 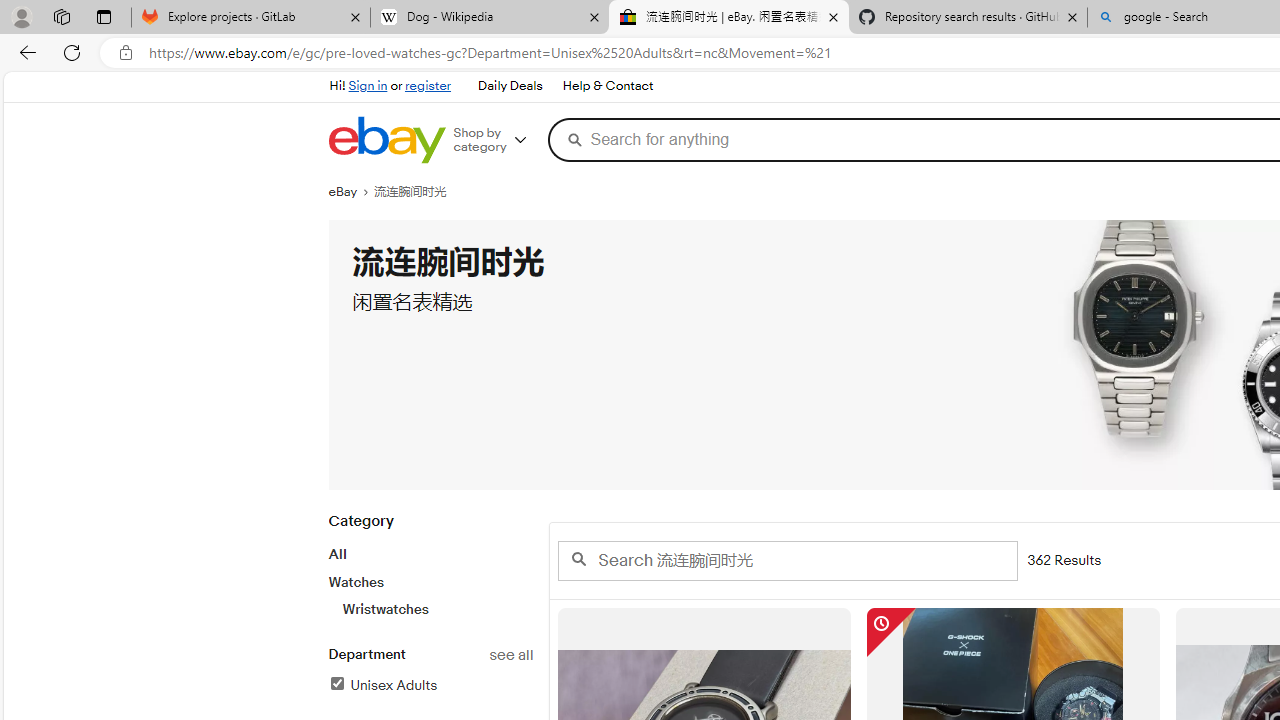 I want to click on 'Daily Deals', so click(x=509, y=85).